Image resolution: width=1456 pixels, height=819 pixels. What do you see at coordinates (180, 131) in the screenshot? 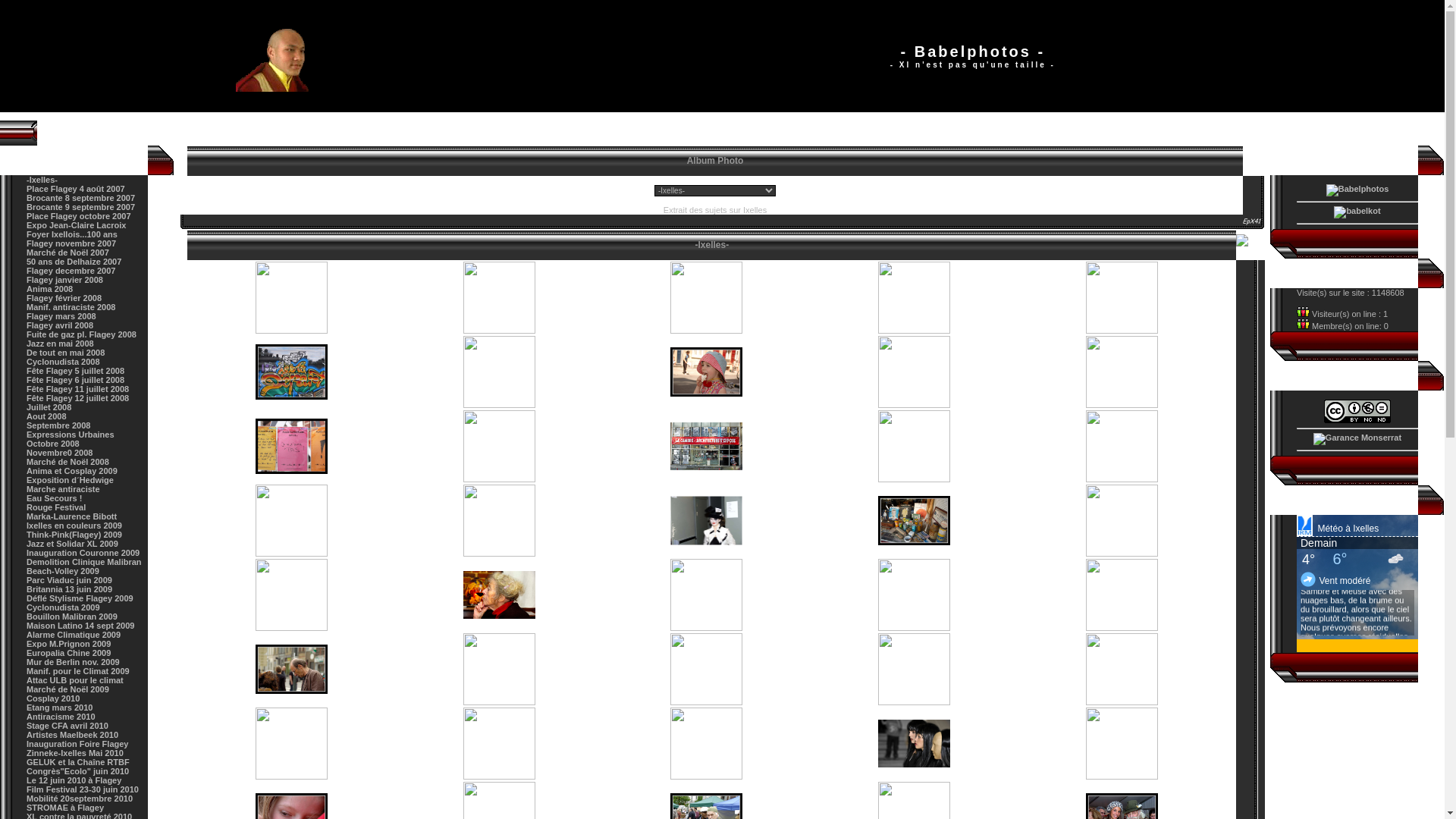
I see `'Accueil'` at bounding box center [180, 131].